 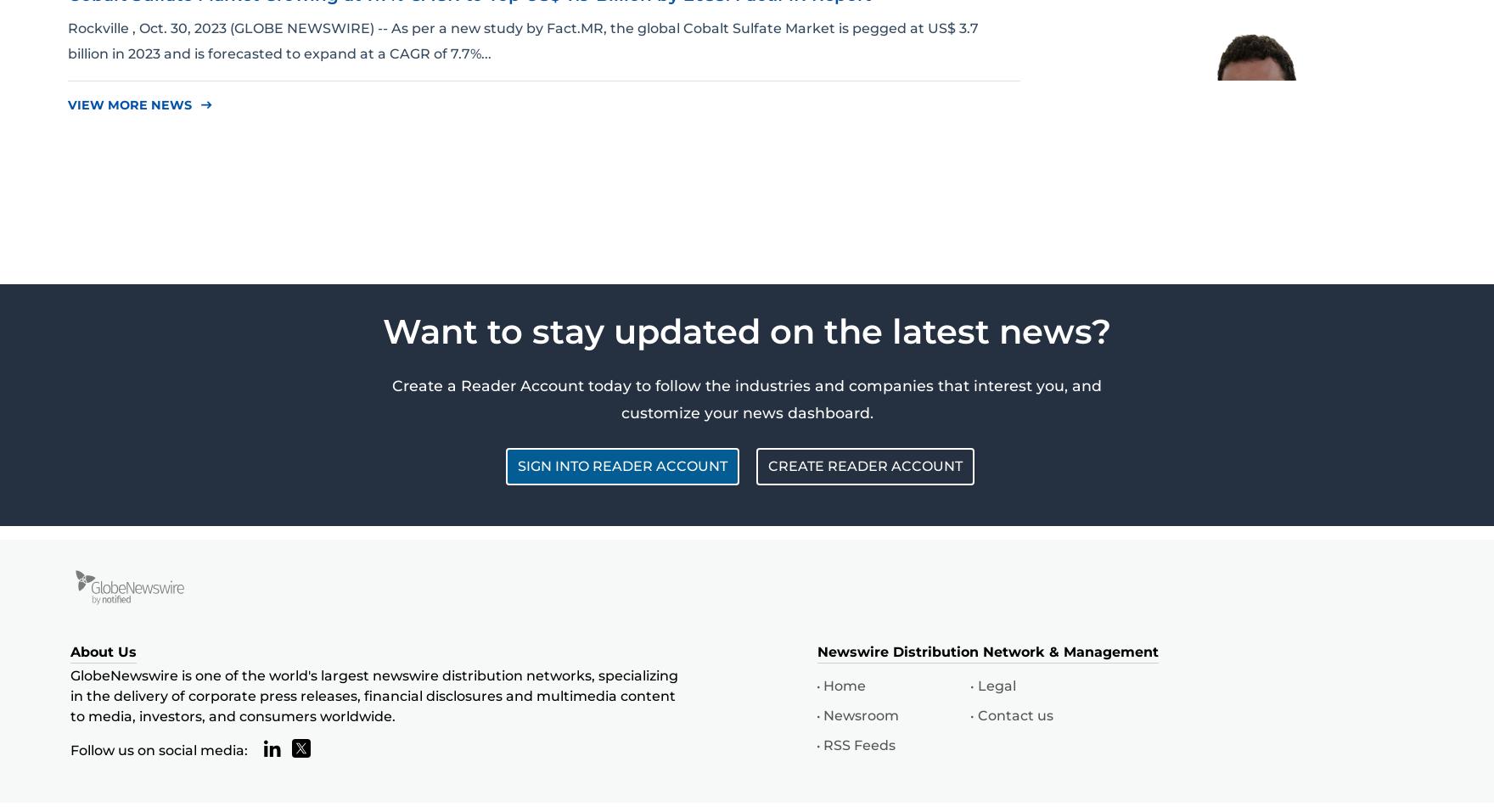 I want to click on 'GlobeNewswire is one of the world's largest newswire distribution networks, specializing in the delivery of corporate press releases, financial disclosures and multimedia content to media, investors, and consumers worldwide.', so click(x=70, y=695).